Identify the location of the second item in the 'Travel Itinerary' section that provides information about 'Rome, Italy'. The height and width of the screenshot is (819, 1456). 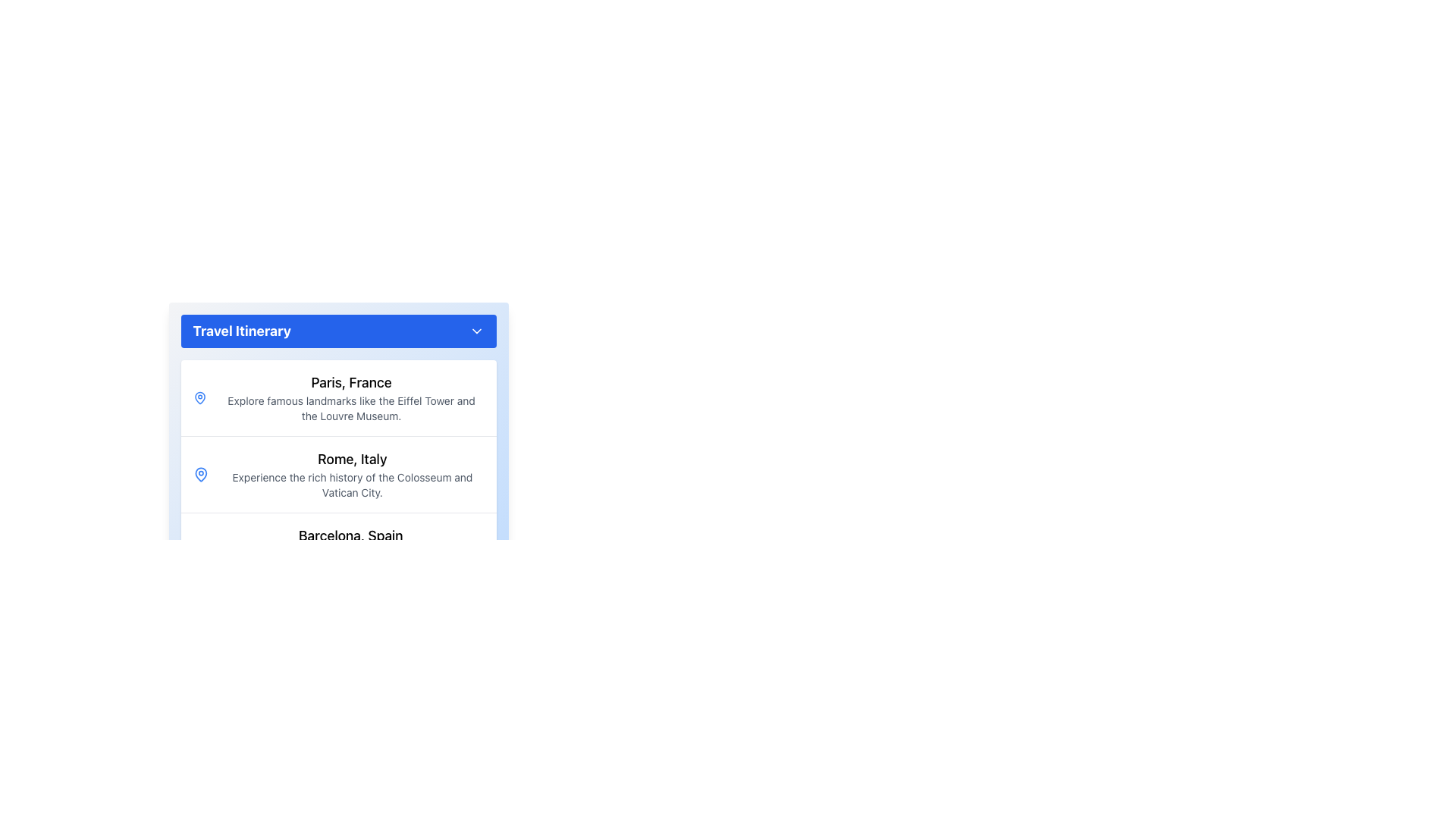
(351, 473).